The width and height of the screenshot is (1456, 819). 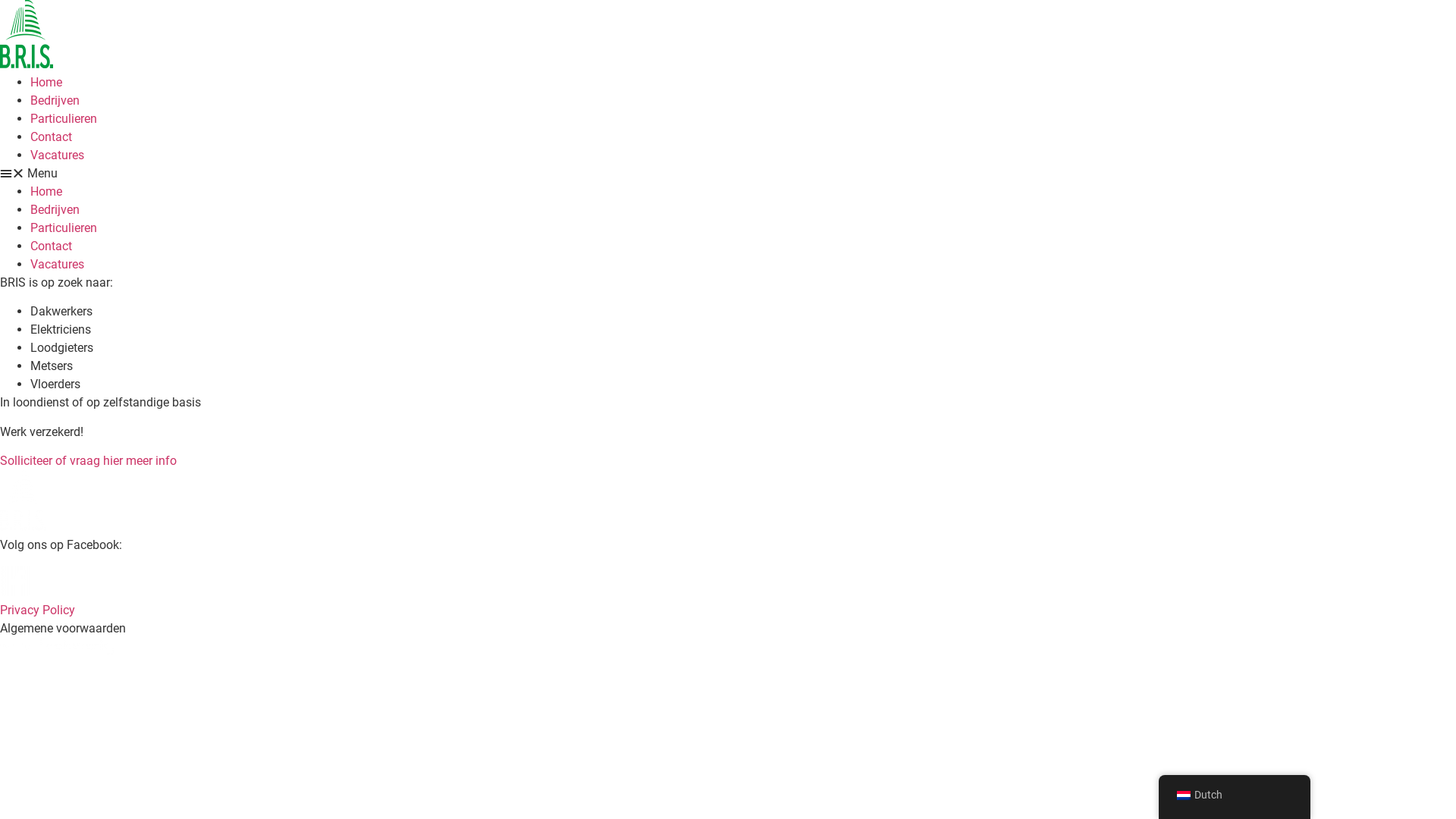 What do you see at coordinates (51, 136) in the screenshot?
I see `'Contact'` at bounding box center [51, 136].